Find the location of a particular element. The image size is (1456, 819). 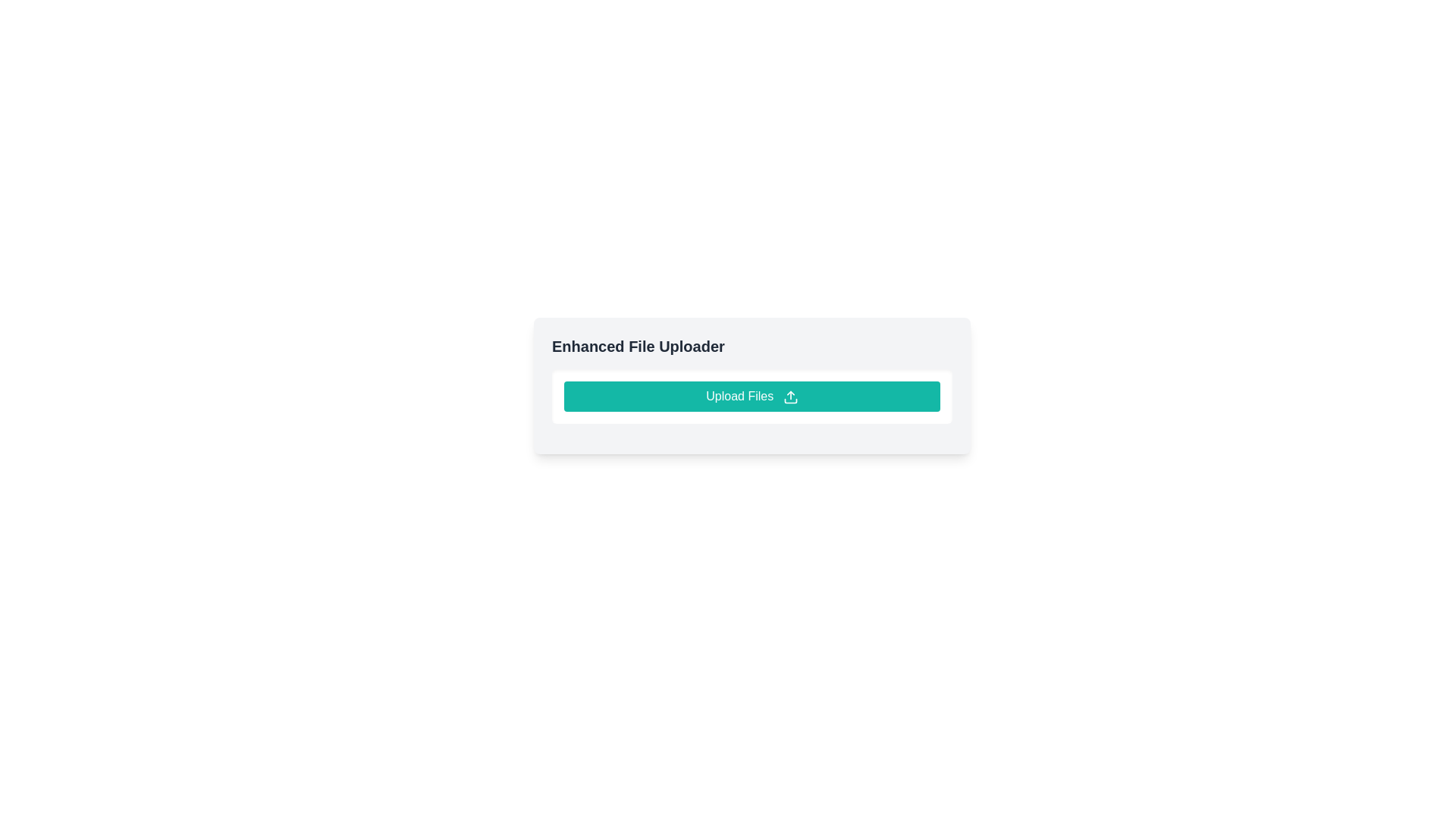

the 'Upload Files' button with a teal background and rounded corners is located at coordinates (752, 396).